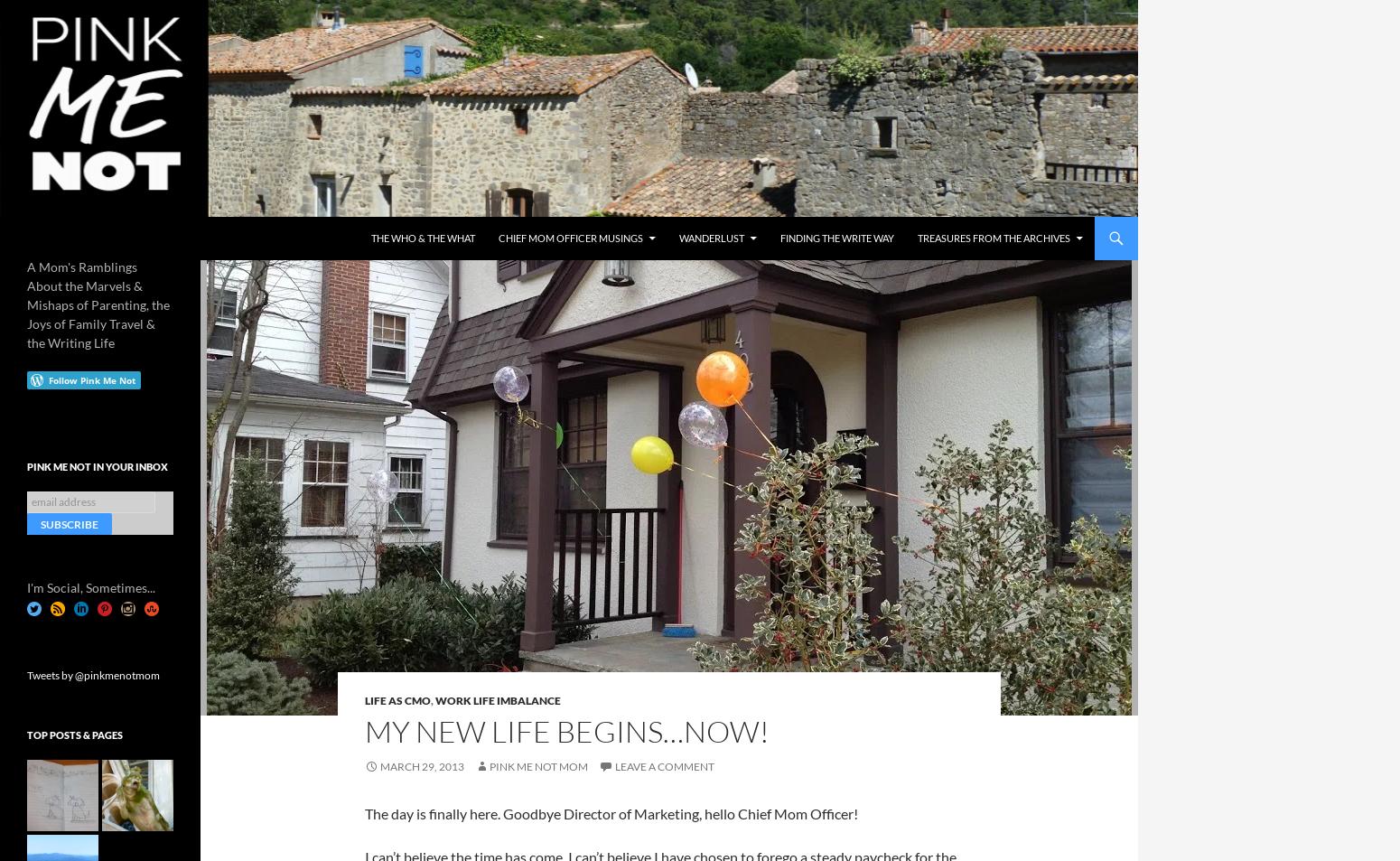 The height and width of the screenshot is (861, 1400). Describe the element at coordinates (91, 587) in the screenshot. I see `'I'm Social, Sometimes...'` at that location.